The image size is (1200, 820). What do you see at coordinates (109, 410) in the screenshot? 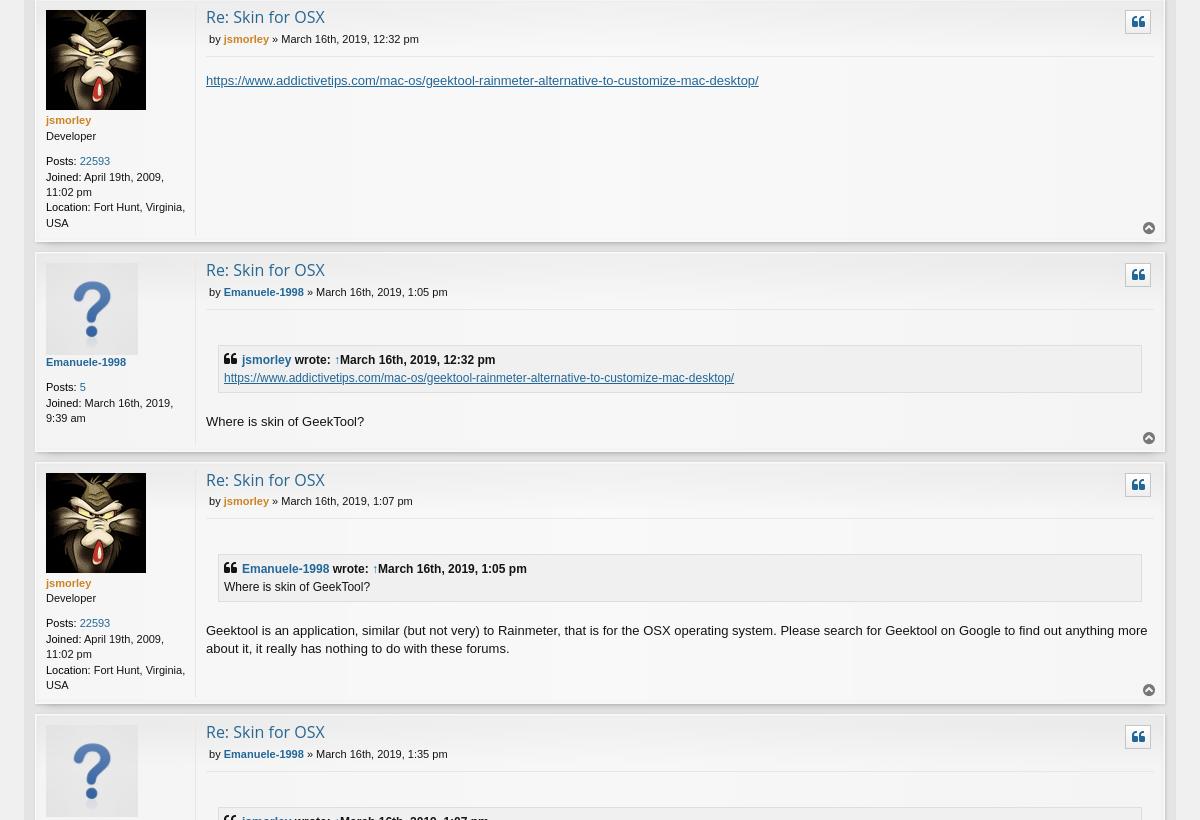
I see `'March 16th, 2019, 9:39 am'` at bounding box center [109, 410].